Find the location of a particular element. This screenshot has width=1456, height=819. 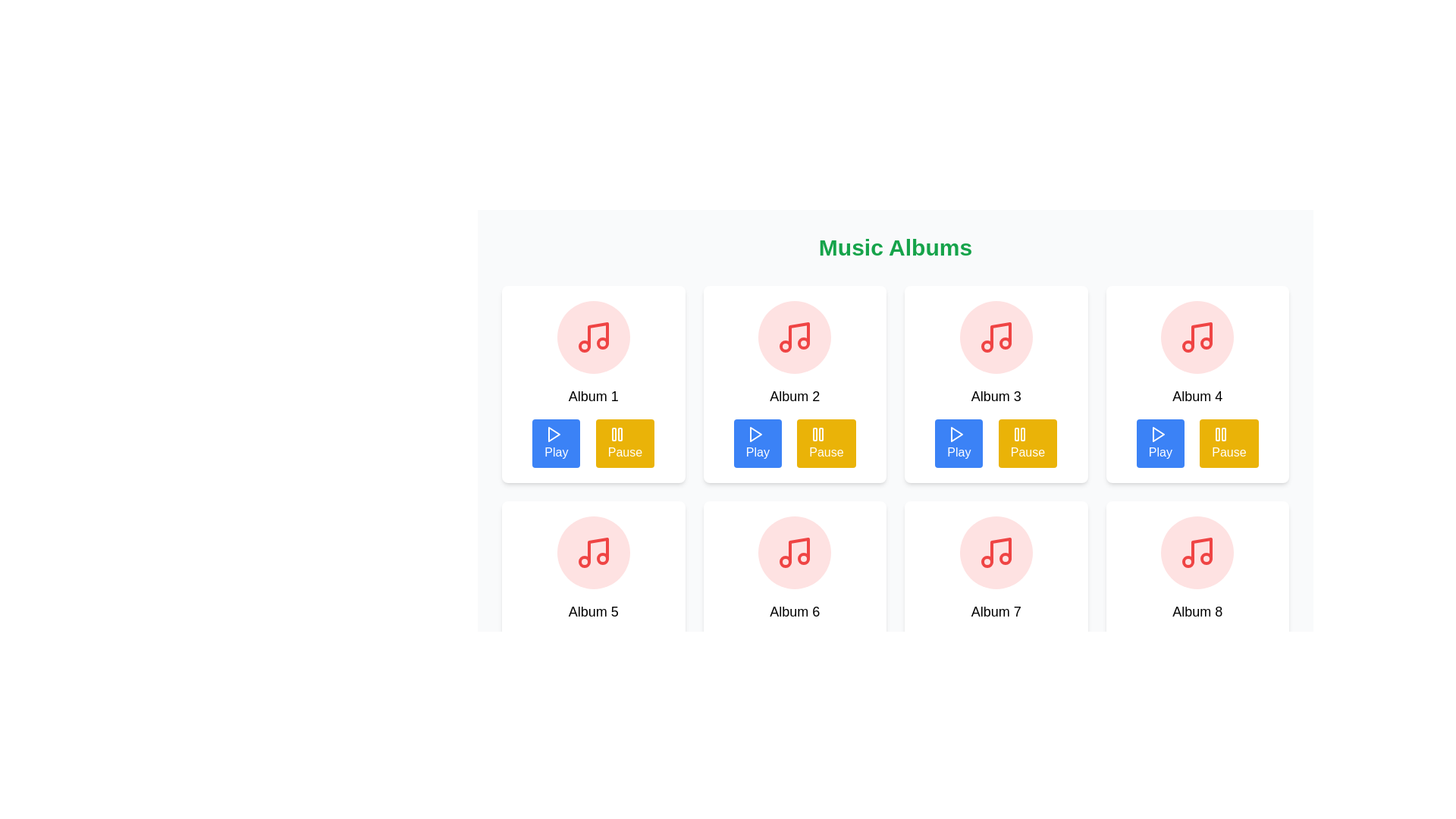

the visual state of the 'Play' icon located in the bottom-right quadrant of the album card for 'Album 4' is located at coordinates (1156, 435).